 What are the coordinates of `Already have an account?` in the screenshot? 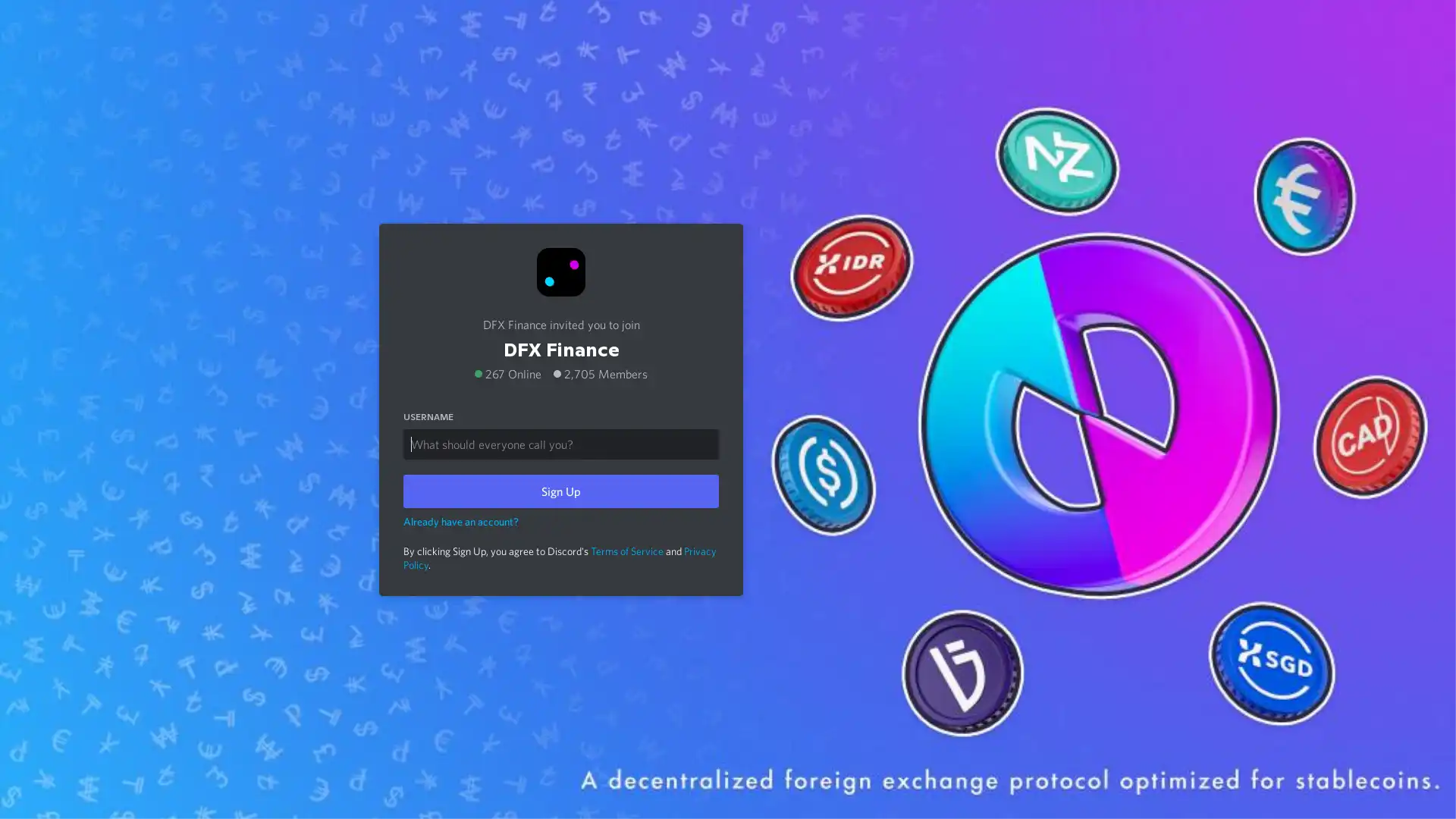 It's located at (460, 519).